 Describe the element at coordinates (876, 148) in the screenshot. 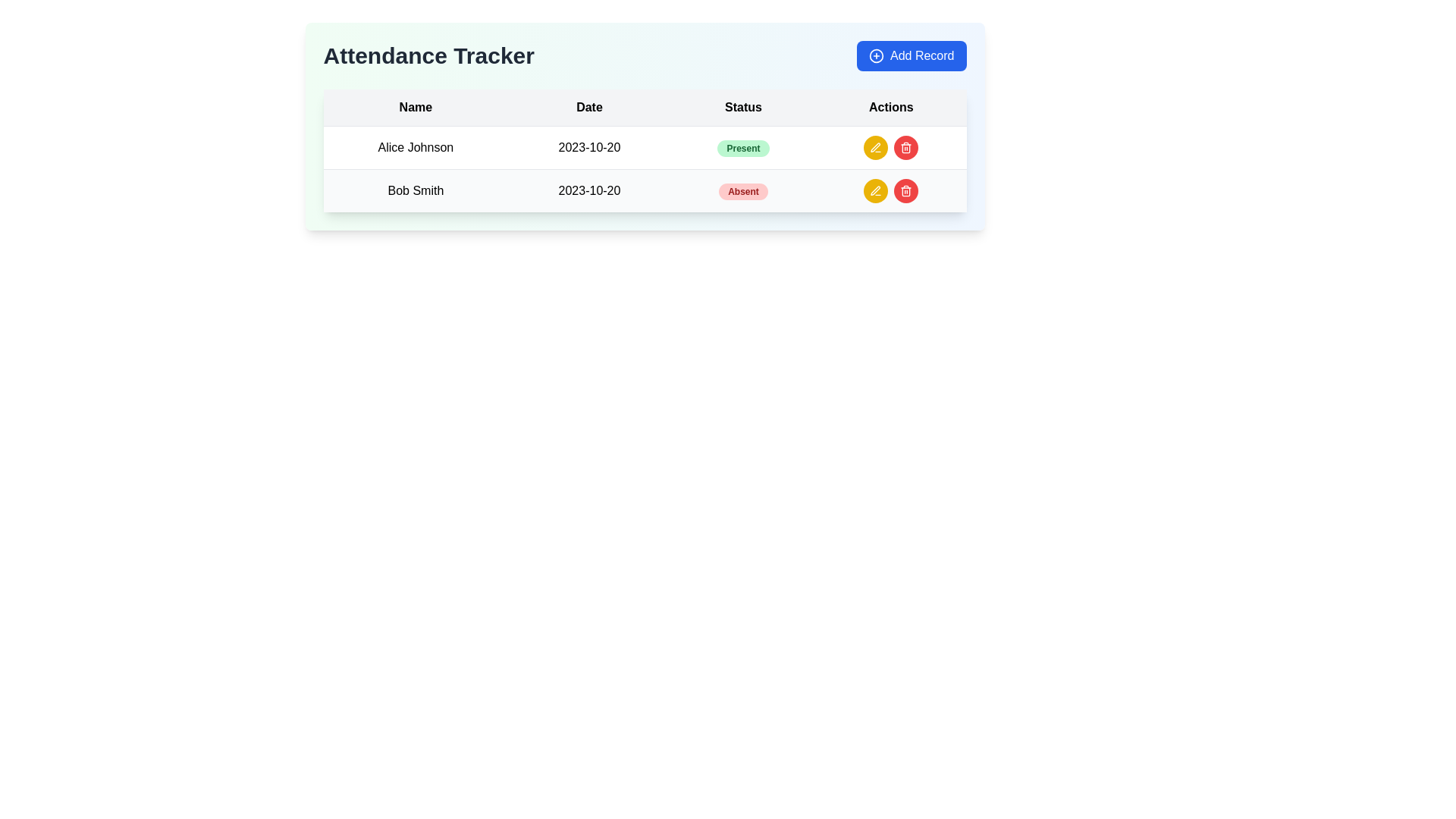

I see `the pen icon button with a yellow circular background located in the 'Actions' column of the second row in the 'Attendance Tracker' interface to trigger the tooltip or focus effect` at that location.